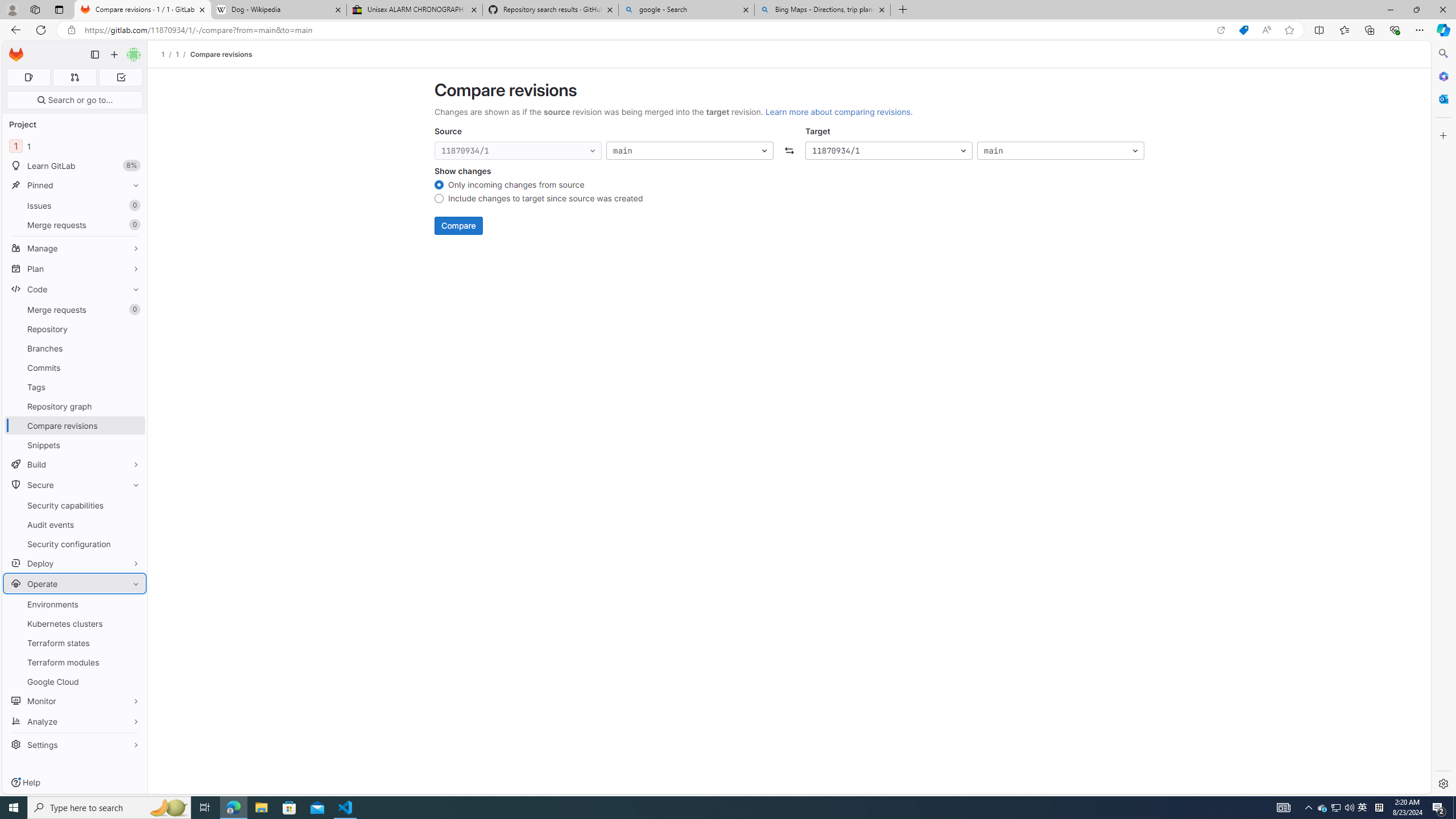 This screenshot has width=1456, height=819. Describe the element at coordinates (74, 543) in the screenshot. I see `'Security configuration'` at that location.